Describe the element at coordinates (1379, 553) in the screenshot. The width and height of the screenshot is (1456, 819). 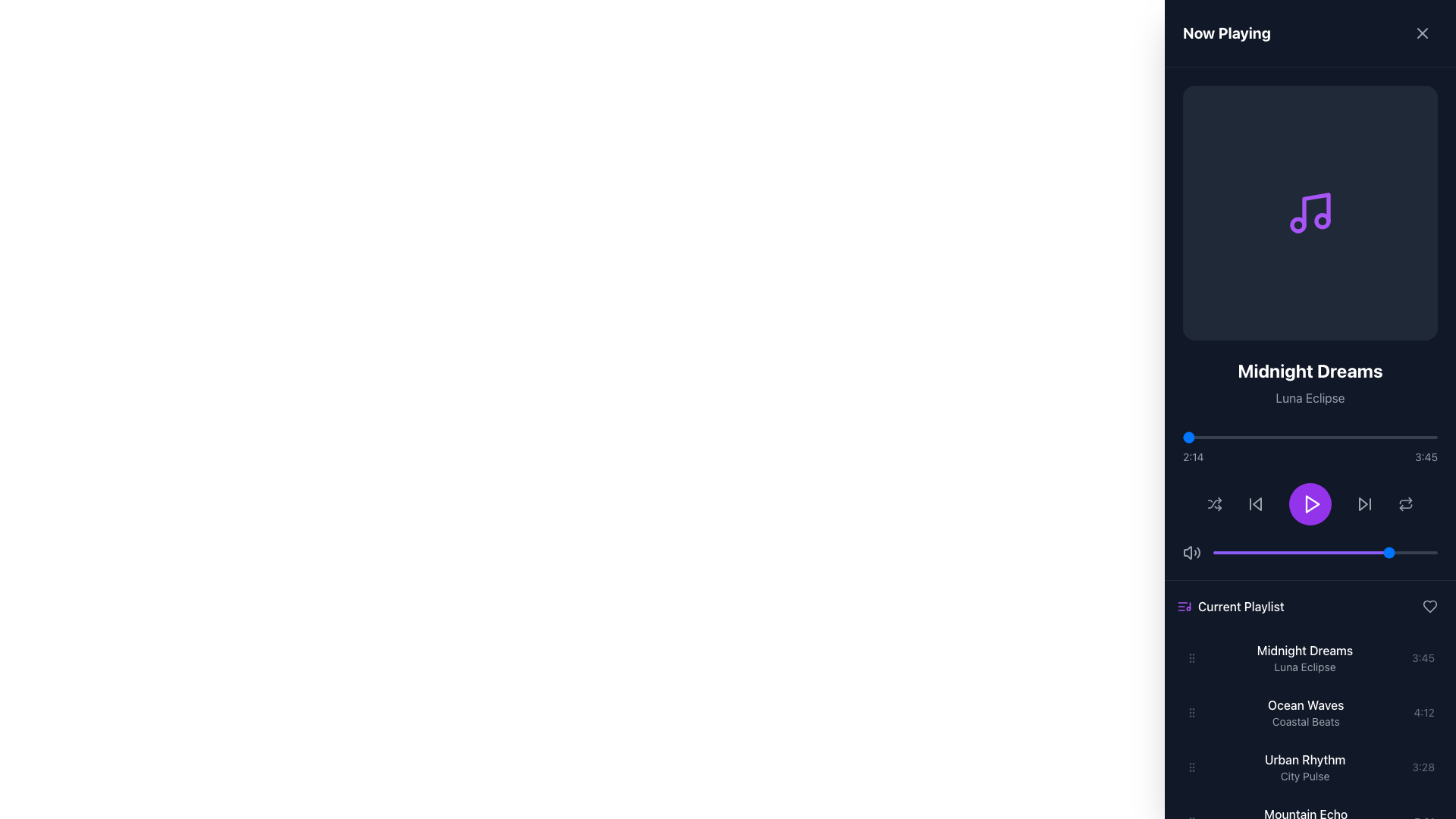
I see `the slider value` at that location.